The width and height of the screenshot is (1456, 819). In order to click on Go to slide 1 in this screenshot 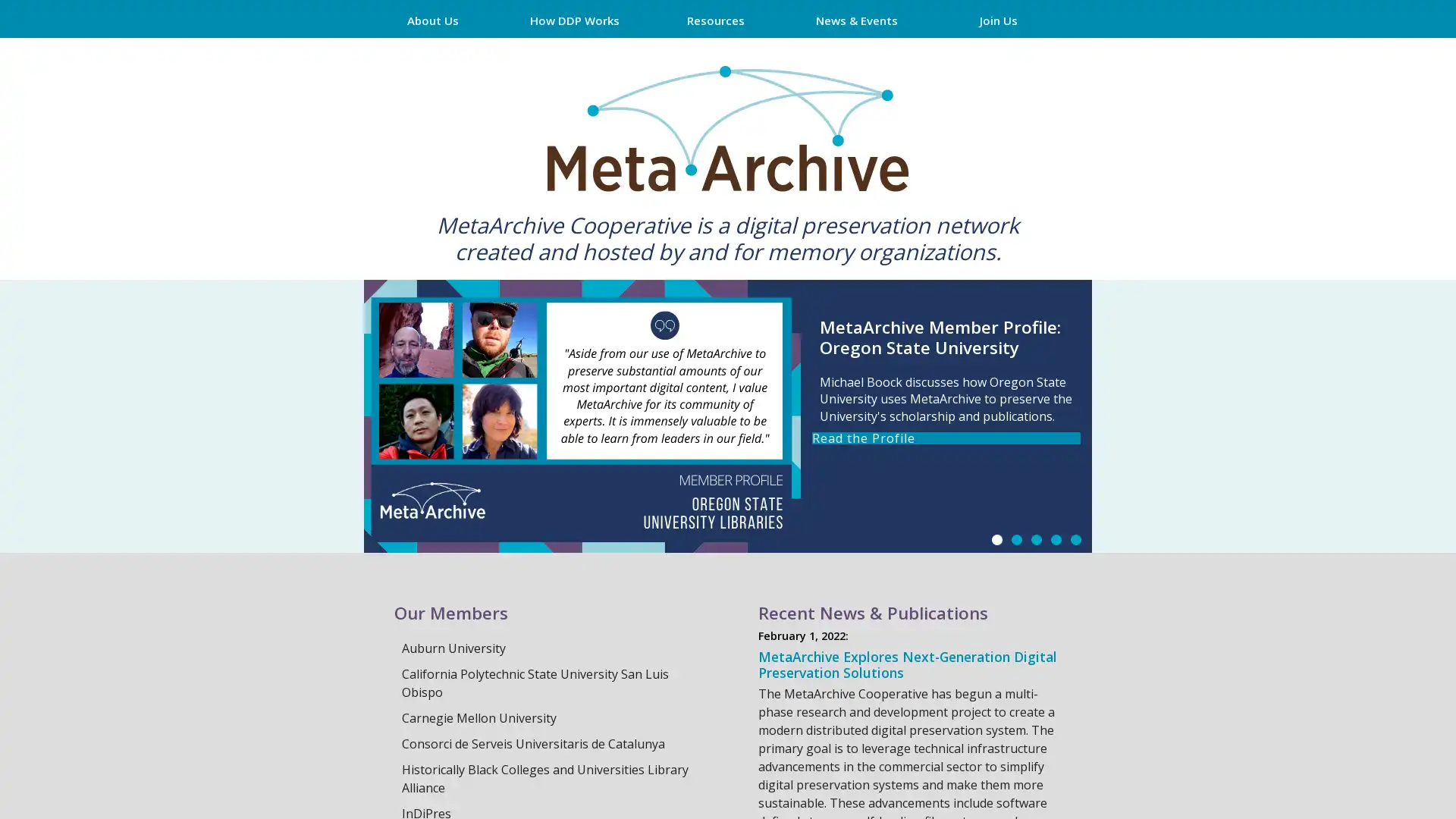, I will do `click(997, 539)`.